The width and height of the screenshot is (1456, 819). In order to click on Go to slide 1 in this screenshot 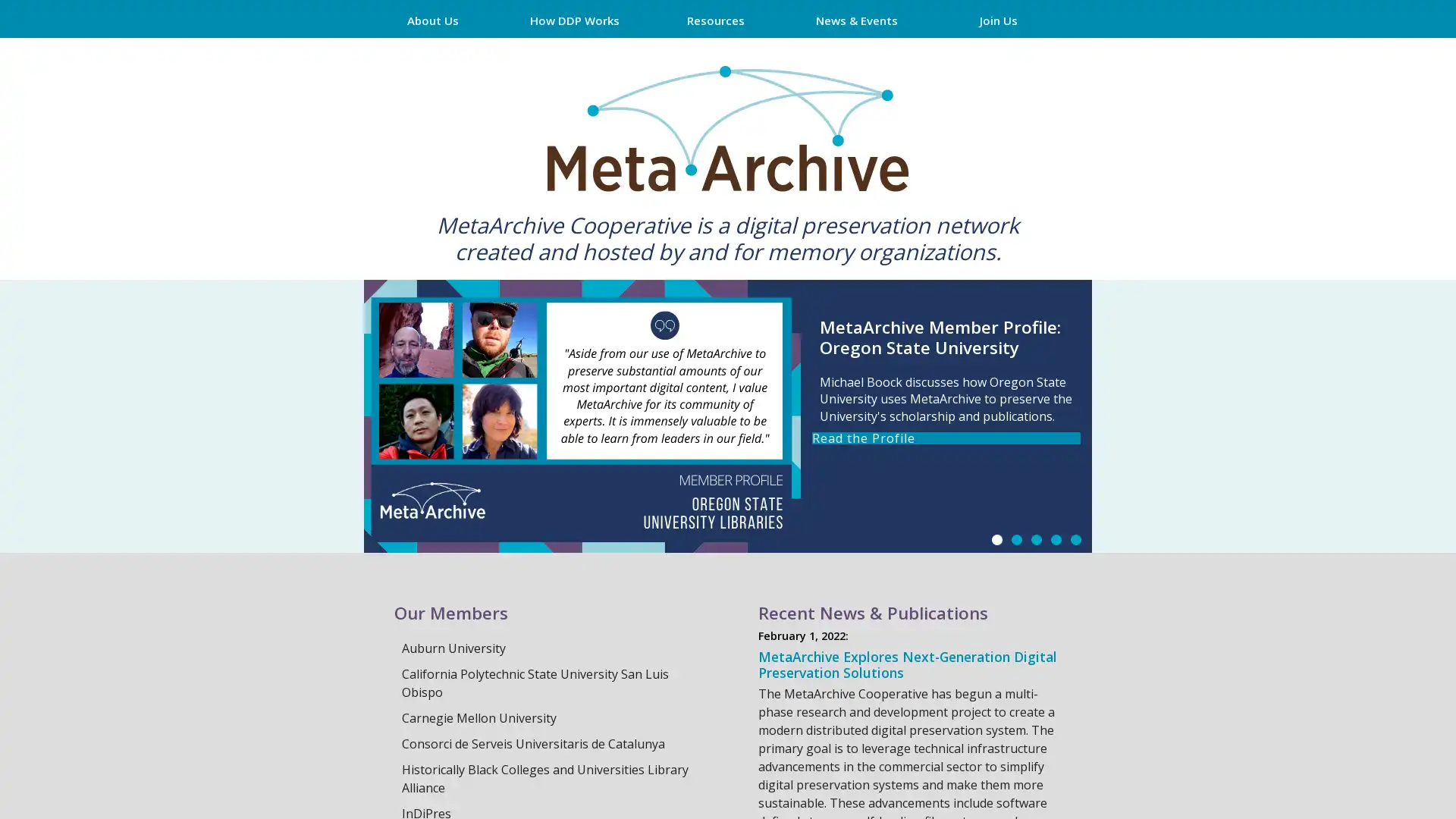, I will do `click(997, 539)`.